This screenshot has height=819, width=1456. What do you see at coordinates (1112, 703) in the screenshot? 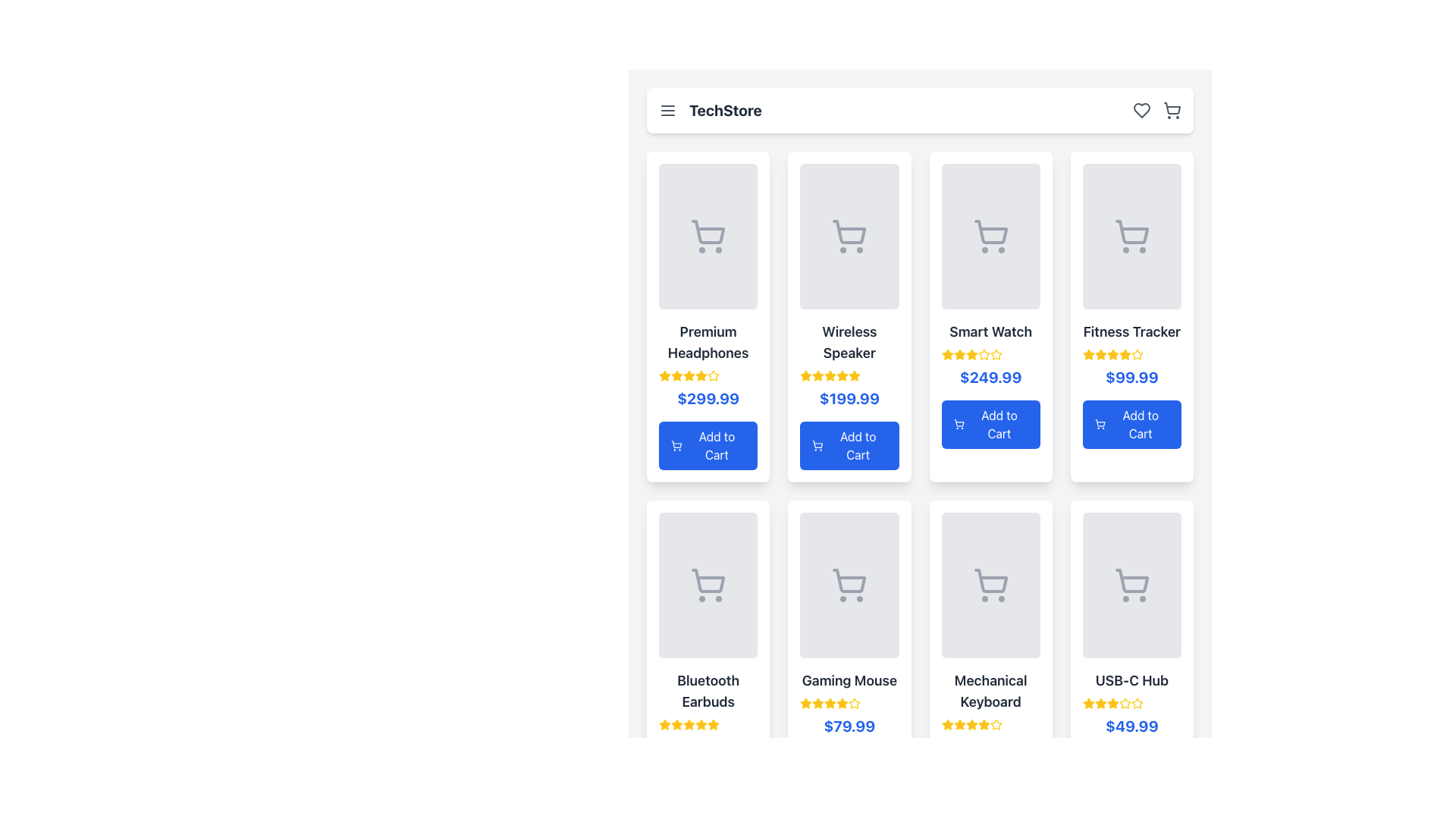
I see `the yellow star-shaped rating icon located in the rating section of the product card for the 'USB-C Hub' item at the bottom-right corner of the grid` at bounding box center [1112, 703].